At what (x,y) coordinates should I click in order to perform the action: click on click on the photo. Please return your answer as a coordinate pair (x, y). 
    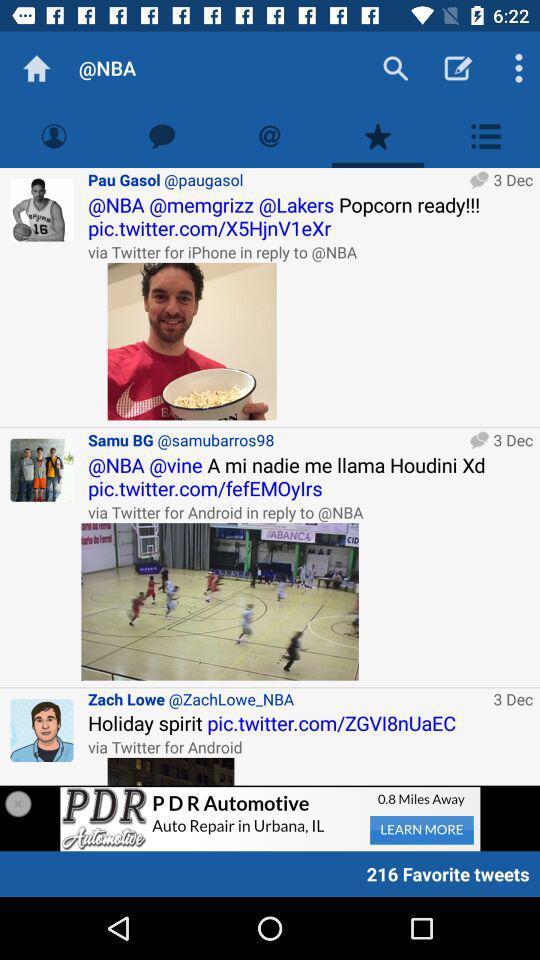
    Looking at the image, I should click on (192, 341).